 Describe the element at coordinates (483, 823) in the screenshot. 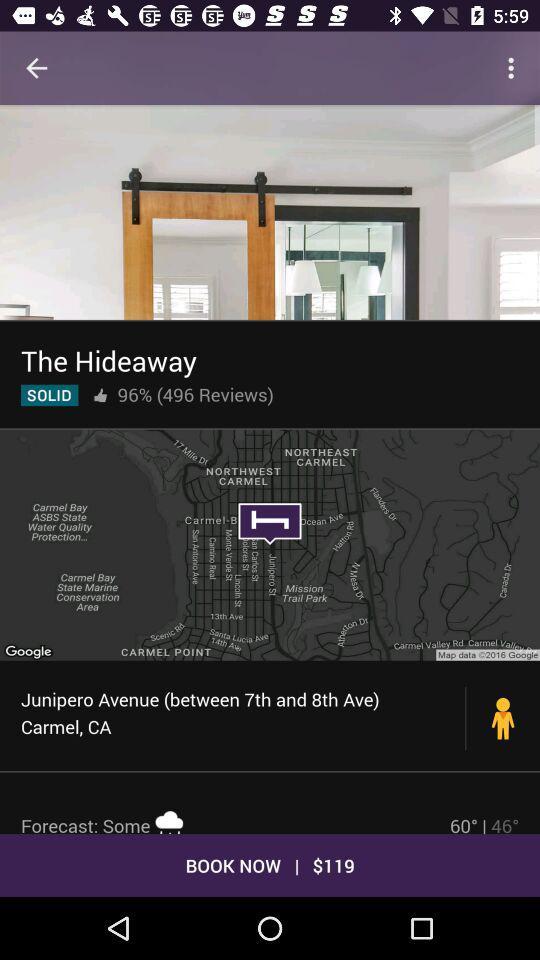

I see `the item to the right of the forecast: some   icon` at that location.